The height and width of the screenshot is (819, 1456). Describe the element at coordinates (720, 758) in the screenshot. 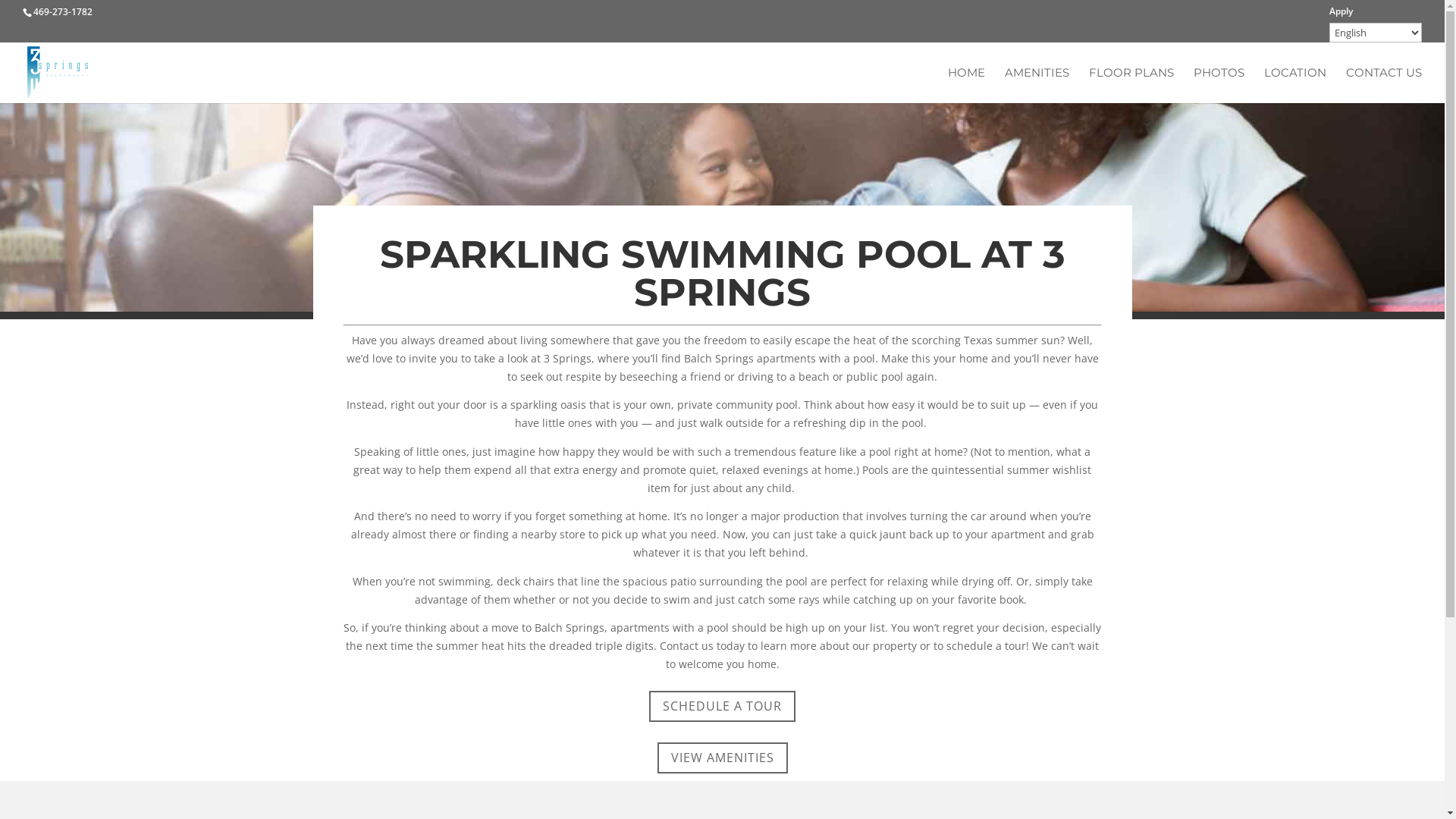

I see `'VIEW AMENITIES'` at that location.